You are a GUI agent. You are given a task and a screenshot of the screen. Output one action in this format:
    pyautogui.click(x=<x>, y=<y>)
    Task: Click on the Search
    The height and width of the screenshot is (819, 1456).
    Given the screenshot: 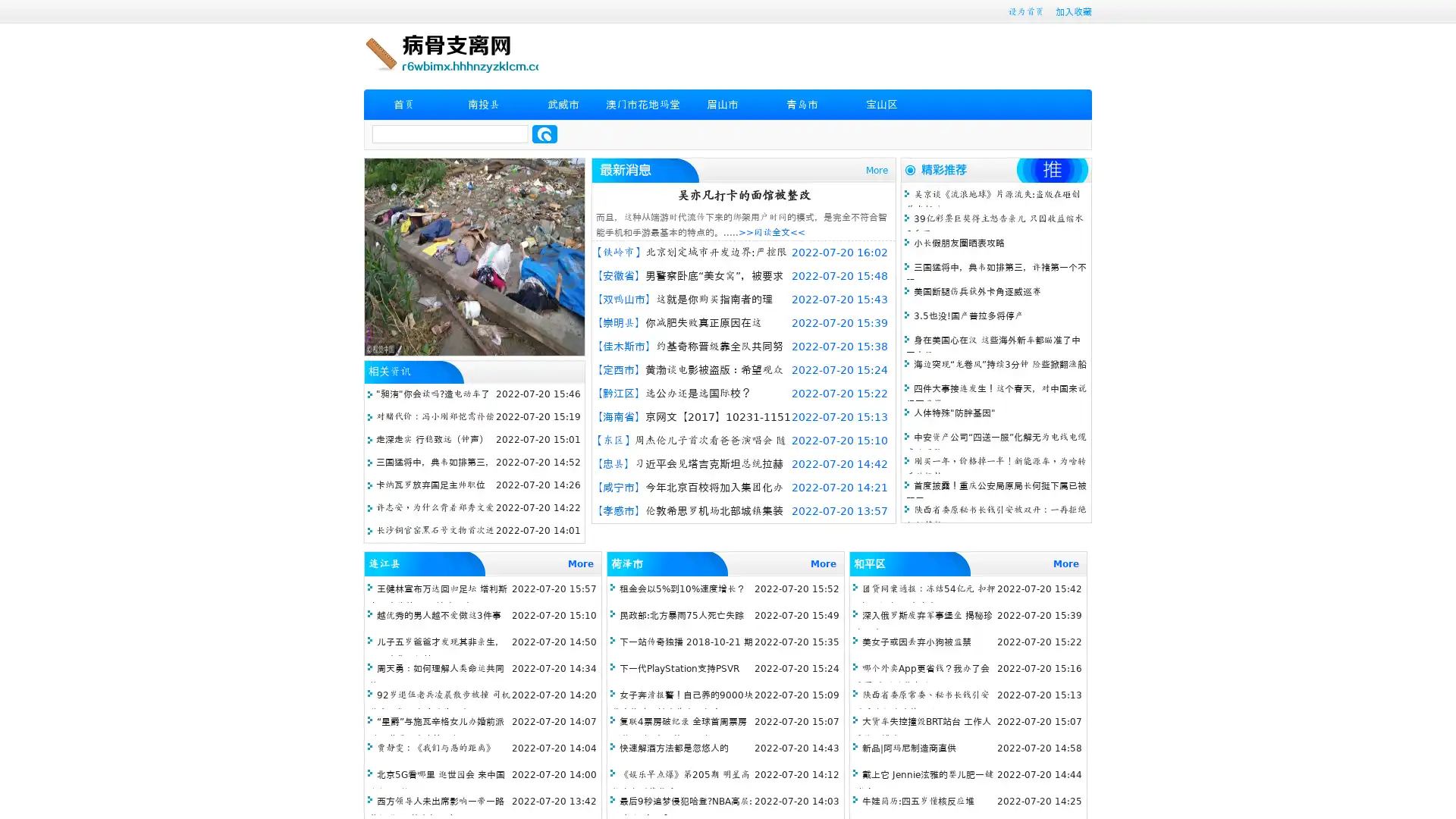 What is the action you would take?
    pyautogui.click(x=544, y=133)
    